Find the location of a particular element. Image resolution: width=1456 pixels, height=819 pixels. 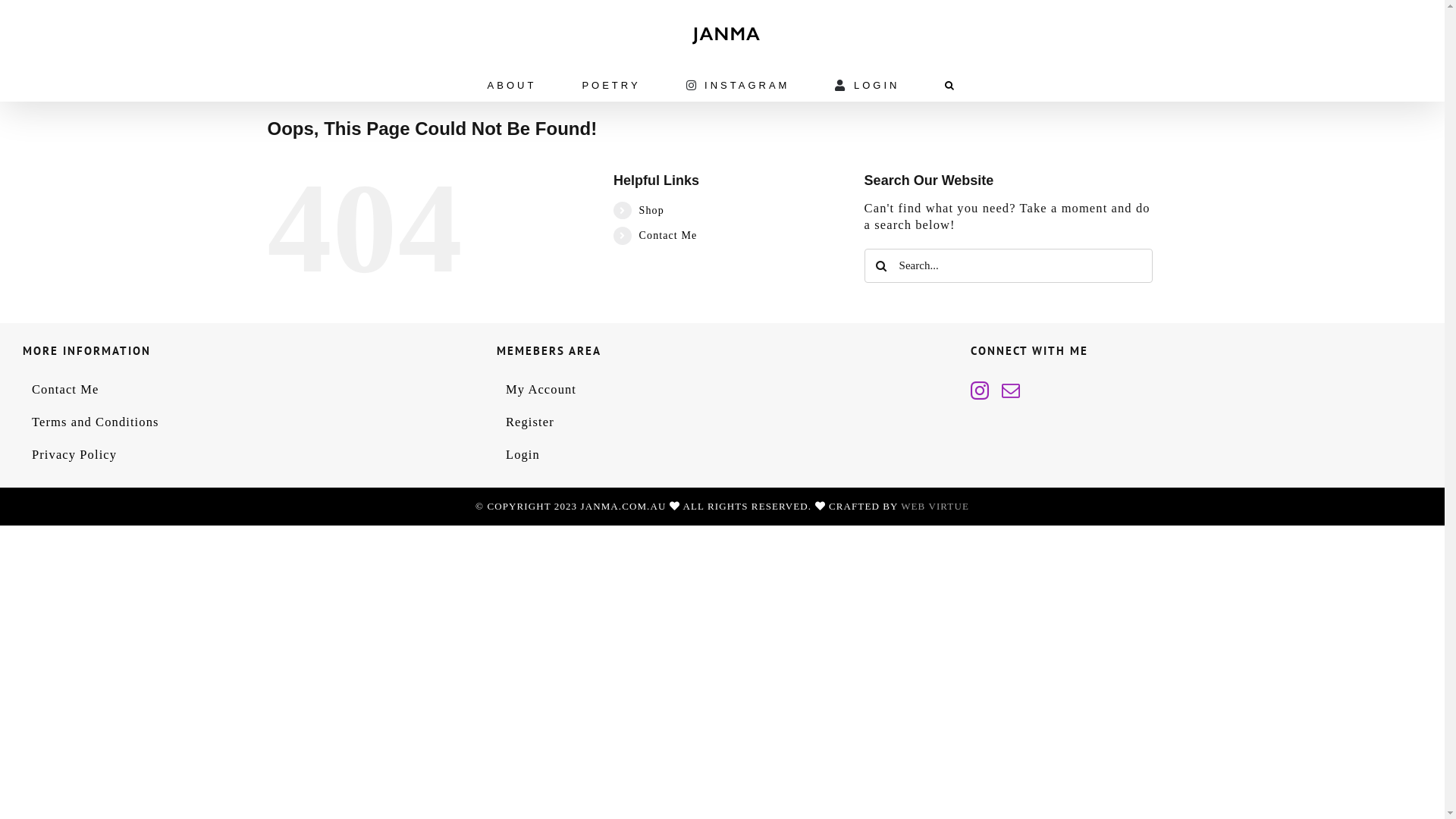

'LOGIN' is located at coordinates (811, 84).